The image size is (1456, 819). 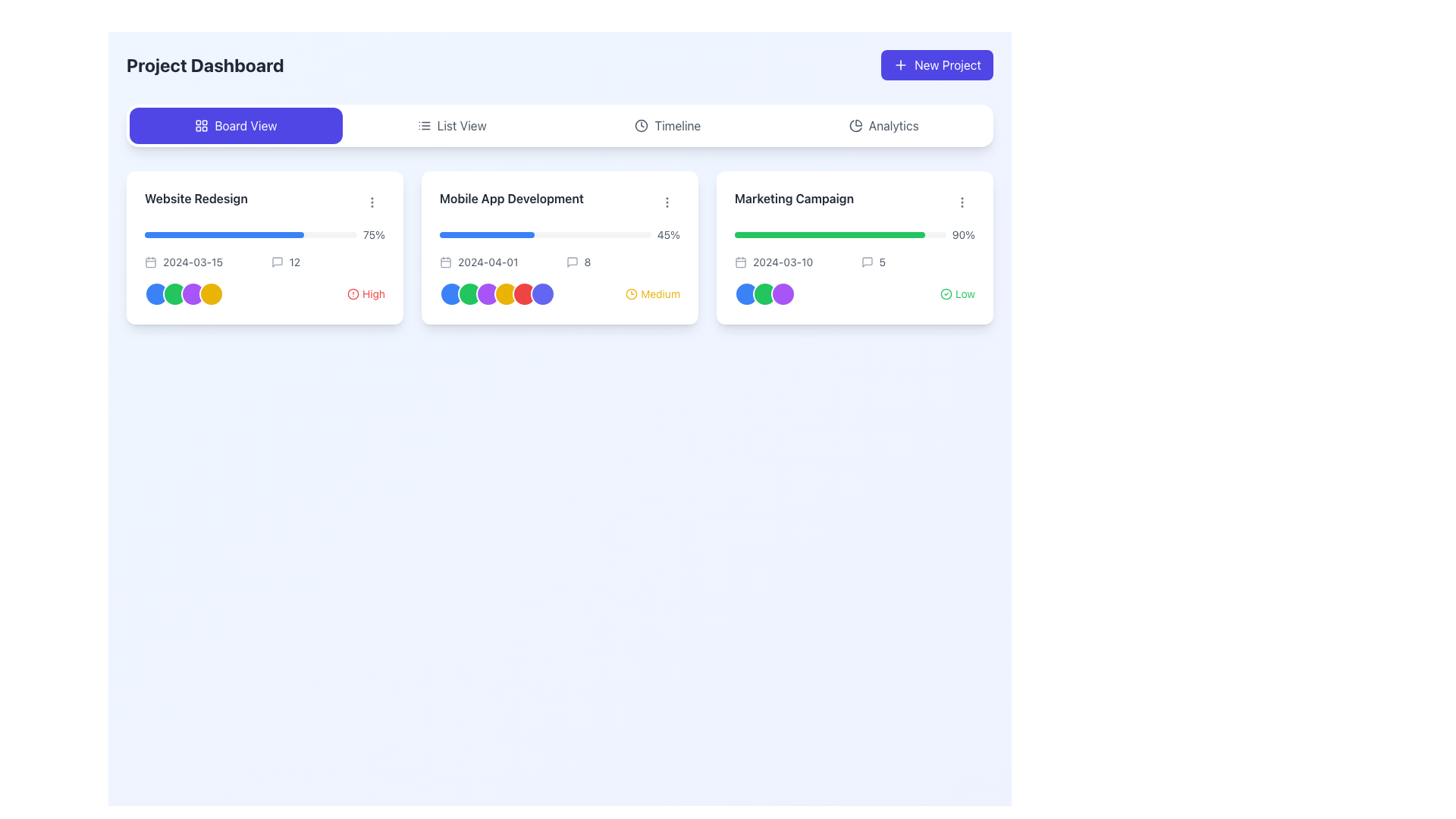 I want to click on the blue filled portion of the progress bar in the 'Website Redesign' card to visually indicate progress, so click(x=224, y=234).